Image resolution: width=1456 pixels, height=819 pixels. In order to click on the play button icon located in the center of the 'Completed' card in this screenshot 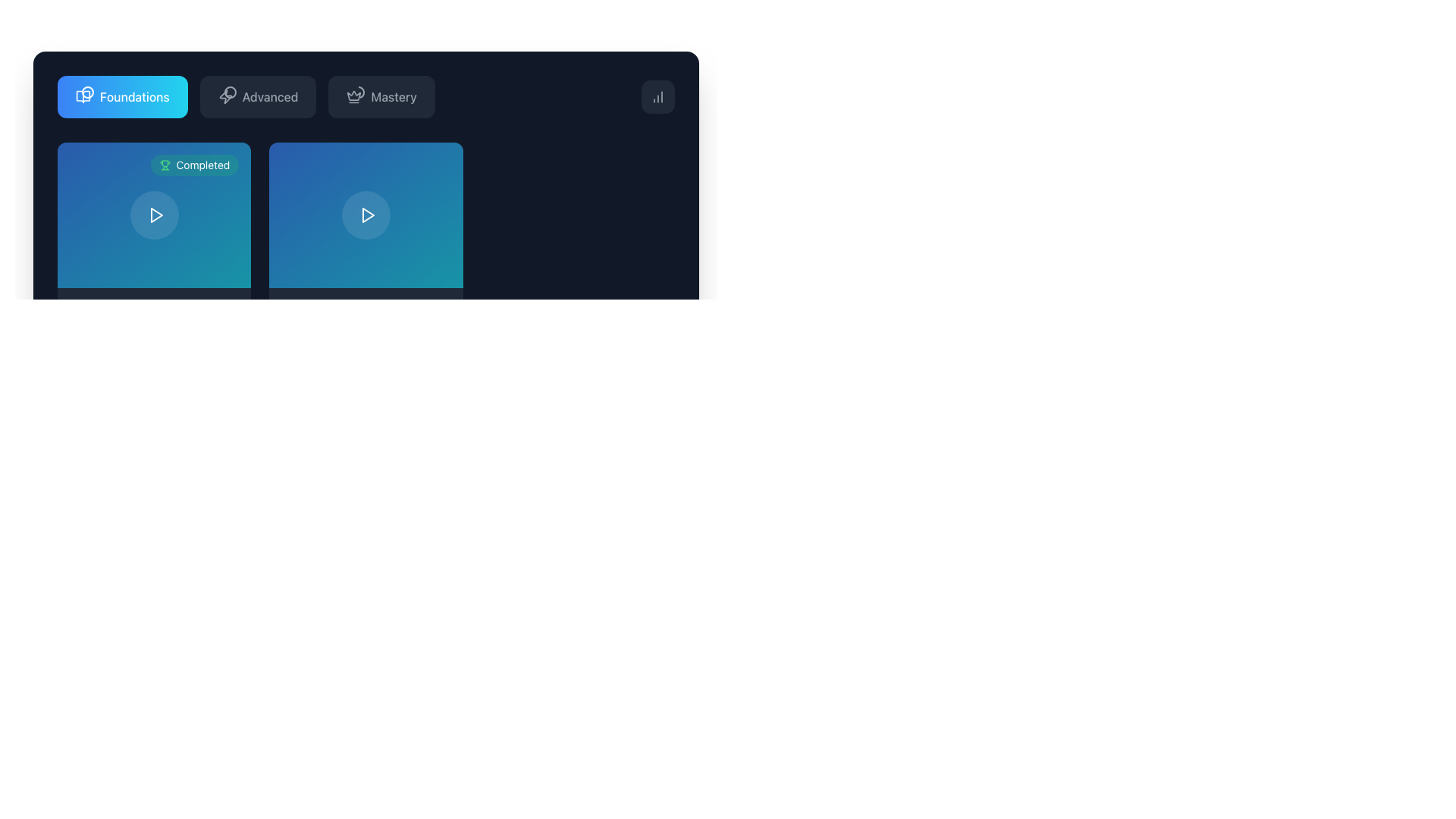, I will do `click(156, 215)`.